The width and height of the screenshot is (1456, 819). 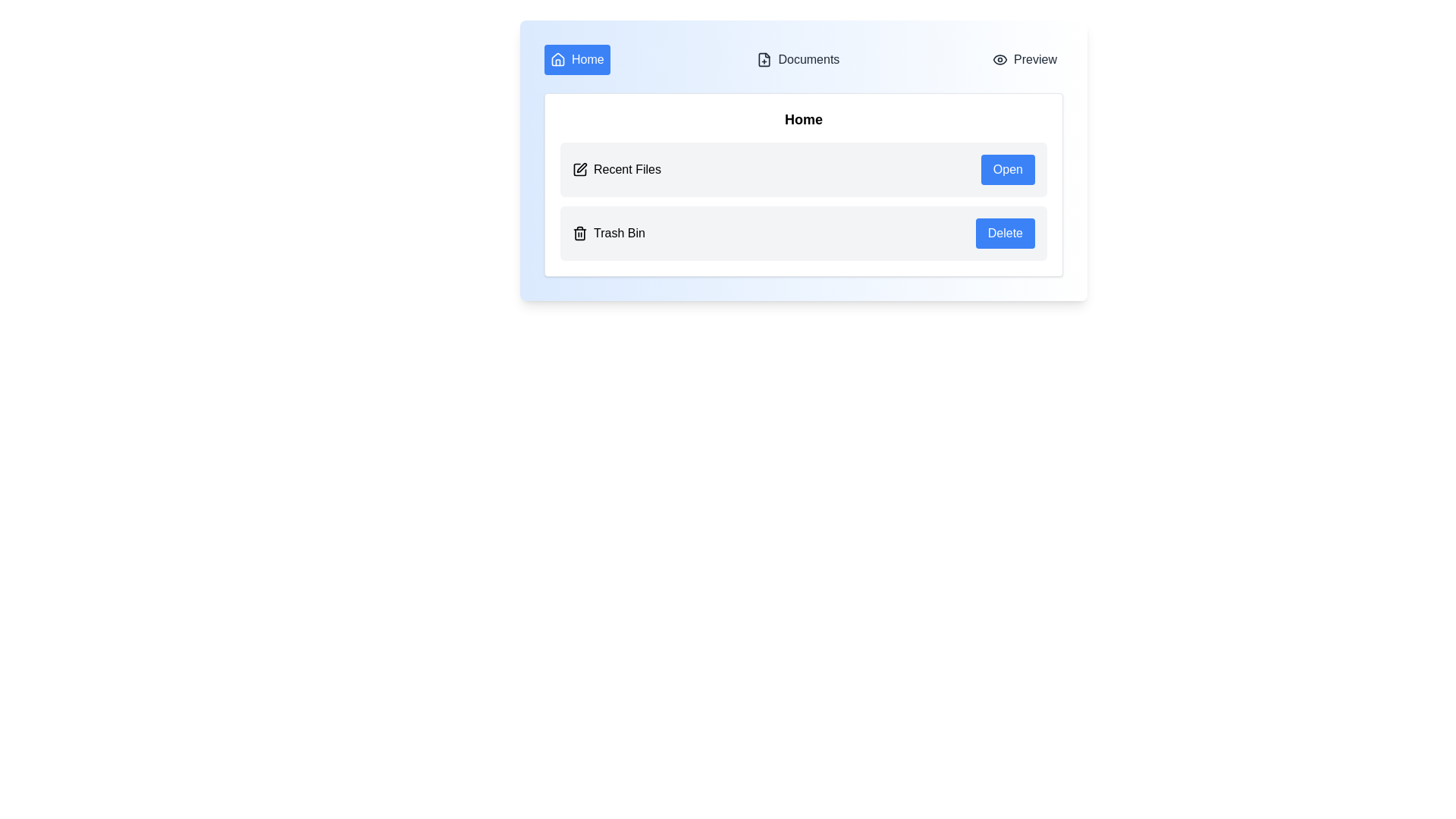 I want to click on the 'Preview' button with an eye icon located at the top-right corner of the interface, which is styled with rounded corners and changes background color to blue on hover, so click(x=1025, y=58).